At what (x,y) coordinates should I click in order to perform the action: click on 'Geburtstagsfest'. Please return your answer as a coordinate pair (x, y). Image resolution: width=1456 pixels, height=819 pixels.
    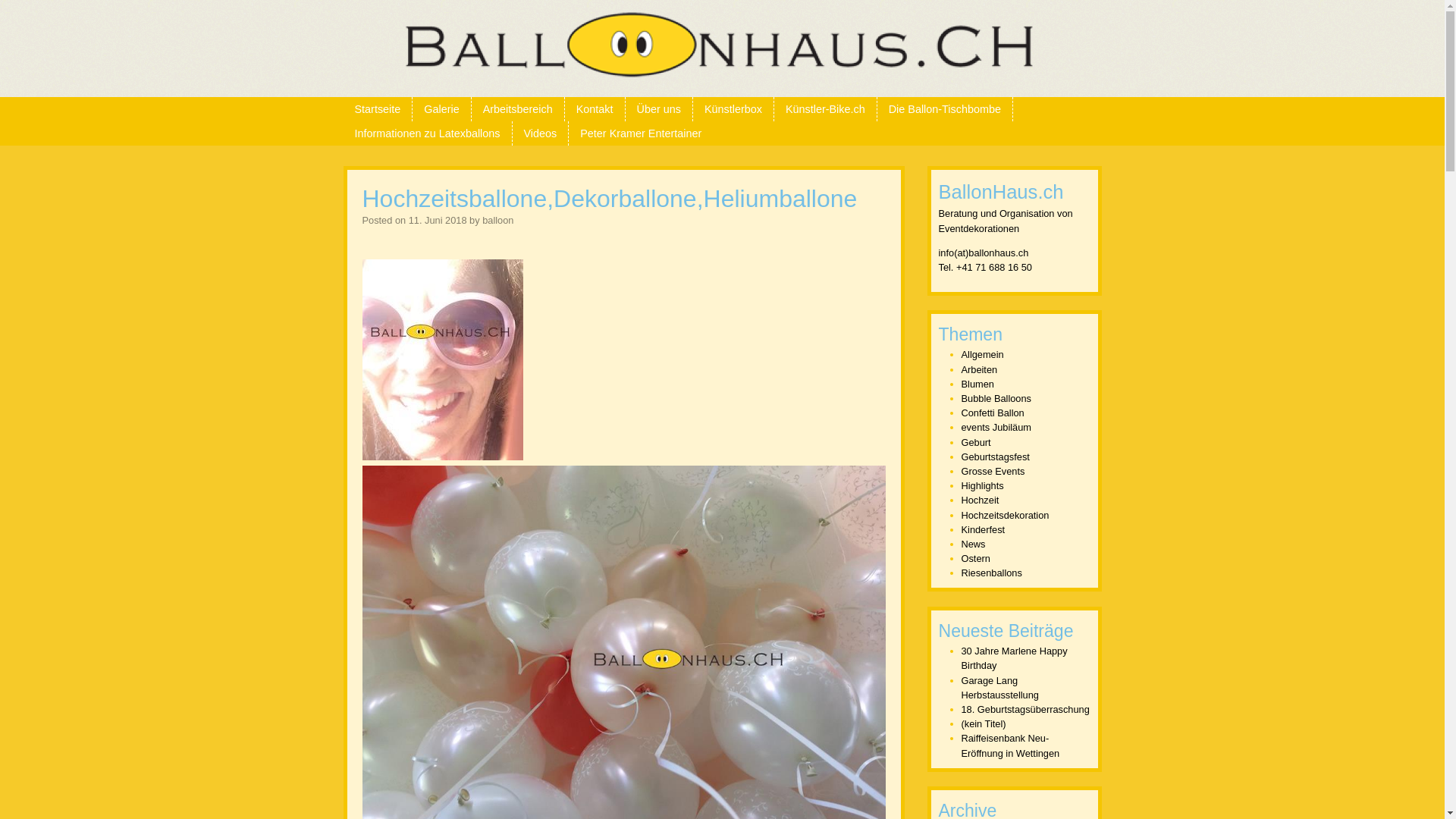
    Looking at the image, I should click on (996, 456).